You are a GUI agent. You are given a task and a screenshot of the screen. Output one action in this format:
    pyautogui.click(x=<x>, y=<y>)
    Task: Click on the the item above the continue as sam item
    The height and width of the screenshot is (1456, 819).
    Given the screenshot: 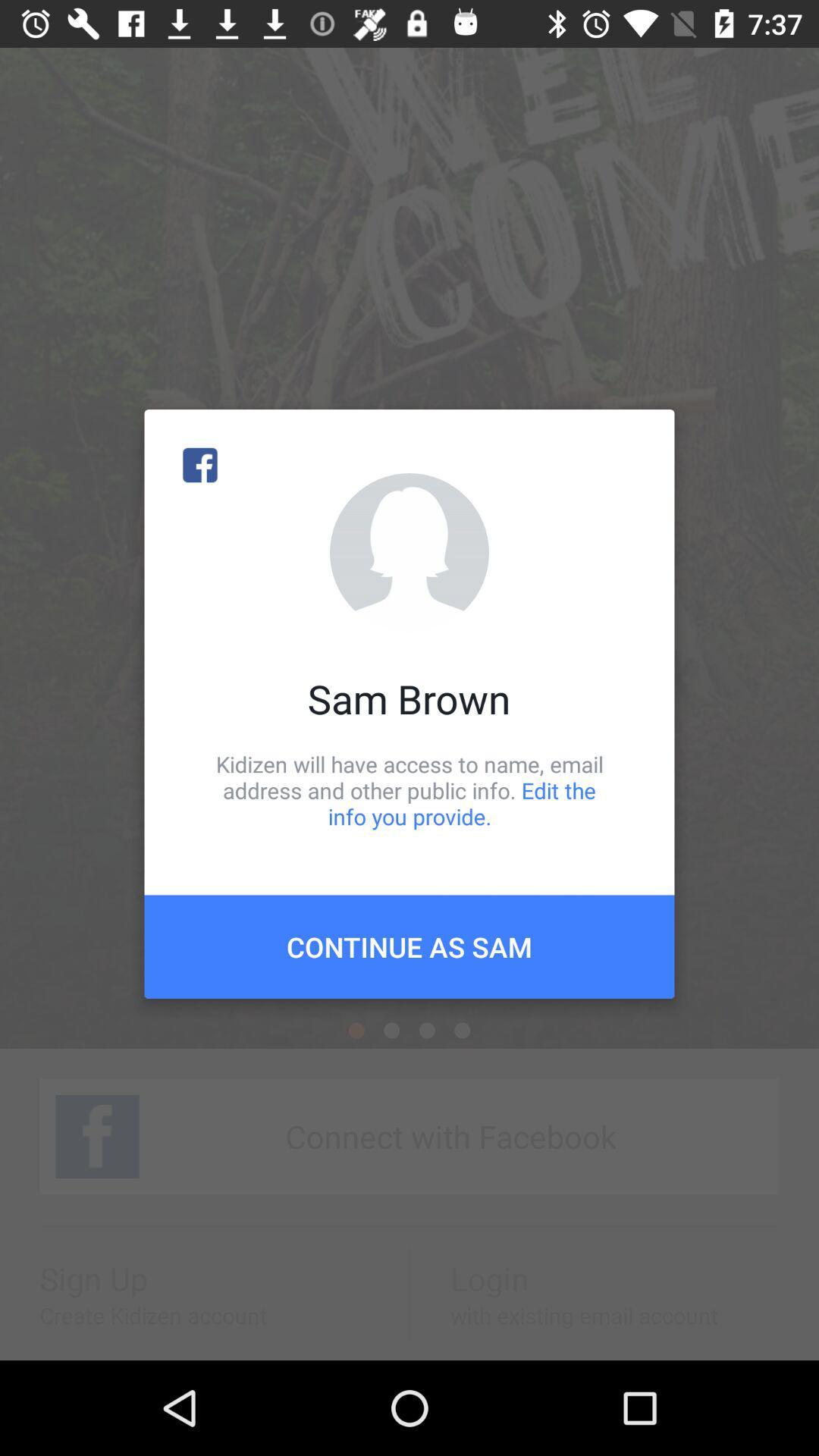 What is the action you would take?
    pyautogui.click(x=409, y=789)
    